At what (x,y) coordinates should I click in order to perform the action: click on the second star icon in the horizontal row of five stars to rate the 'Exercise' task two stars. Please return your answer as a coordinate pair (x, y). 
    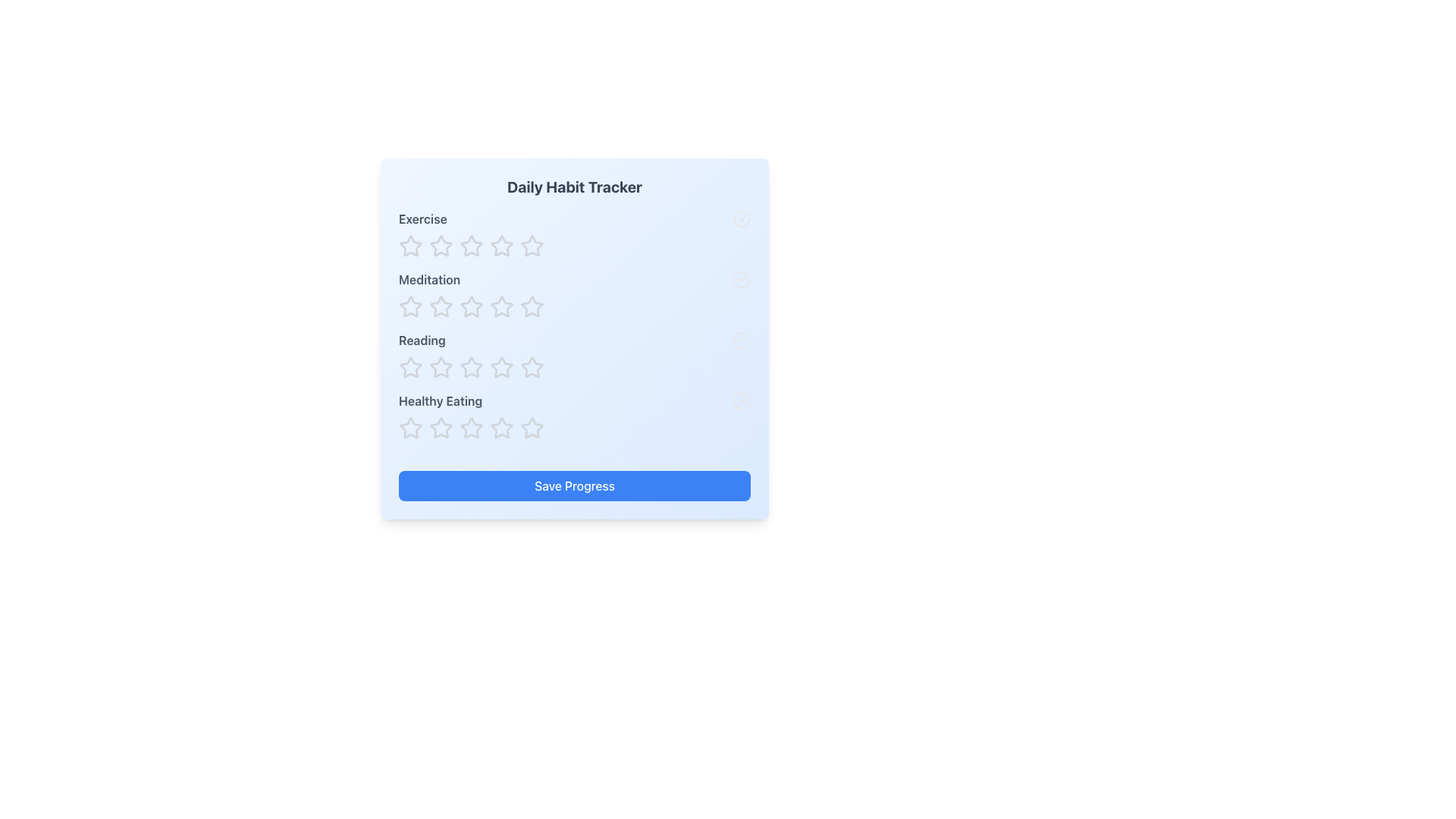
    Looking at the image, I should click on (501, 245).